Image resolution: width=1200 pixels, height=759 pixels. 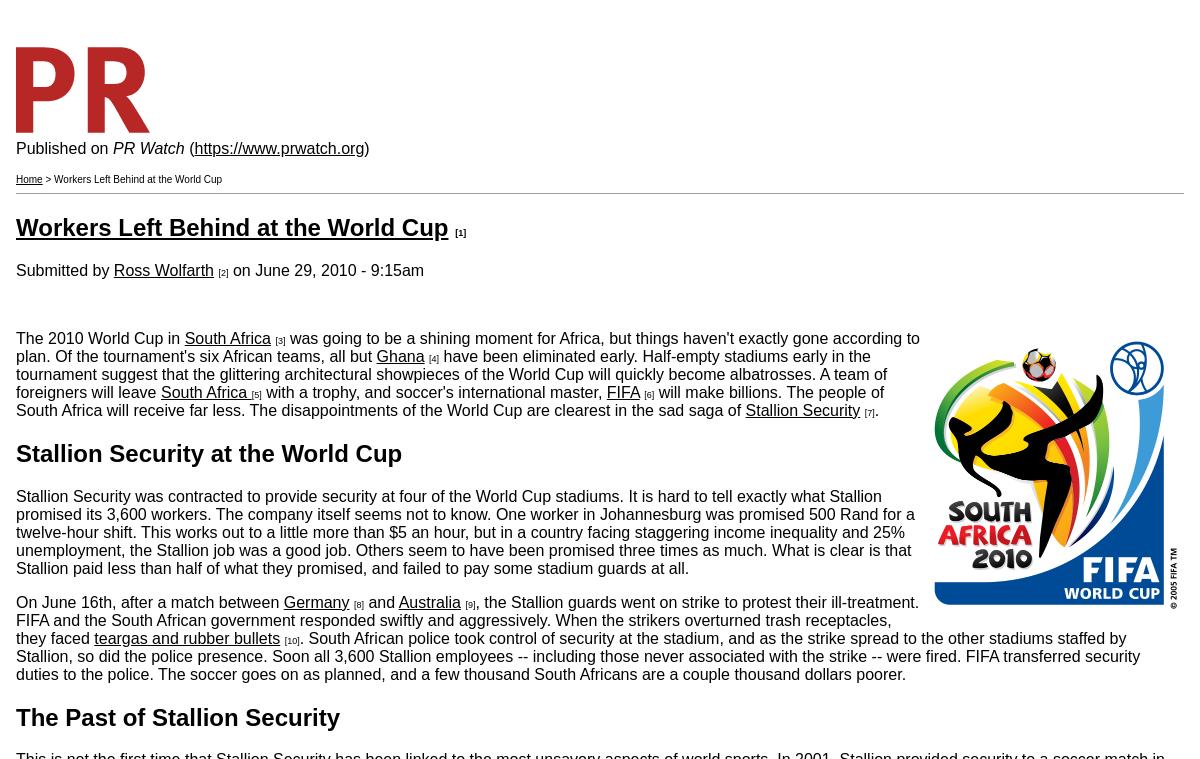 I want to click on '.', so click(x=875, y=409).